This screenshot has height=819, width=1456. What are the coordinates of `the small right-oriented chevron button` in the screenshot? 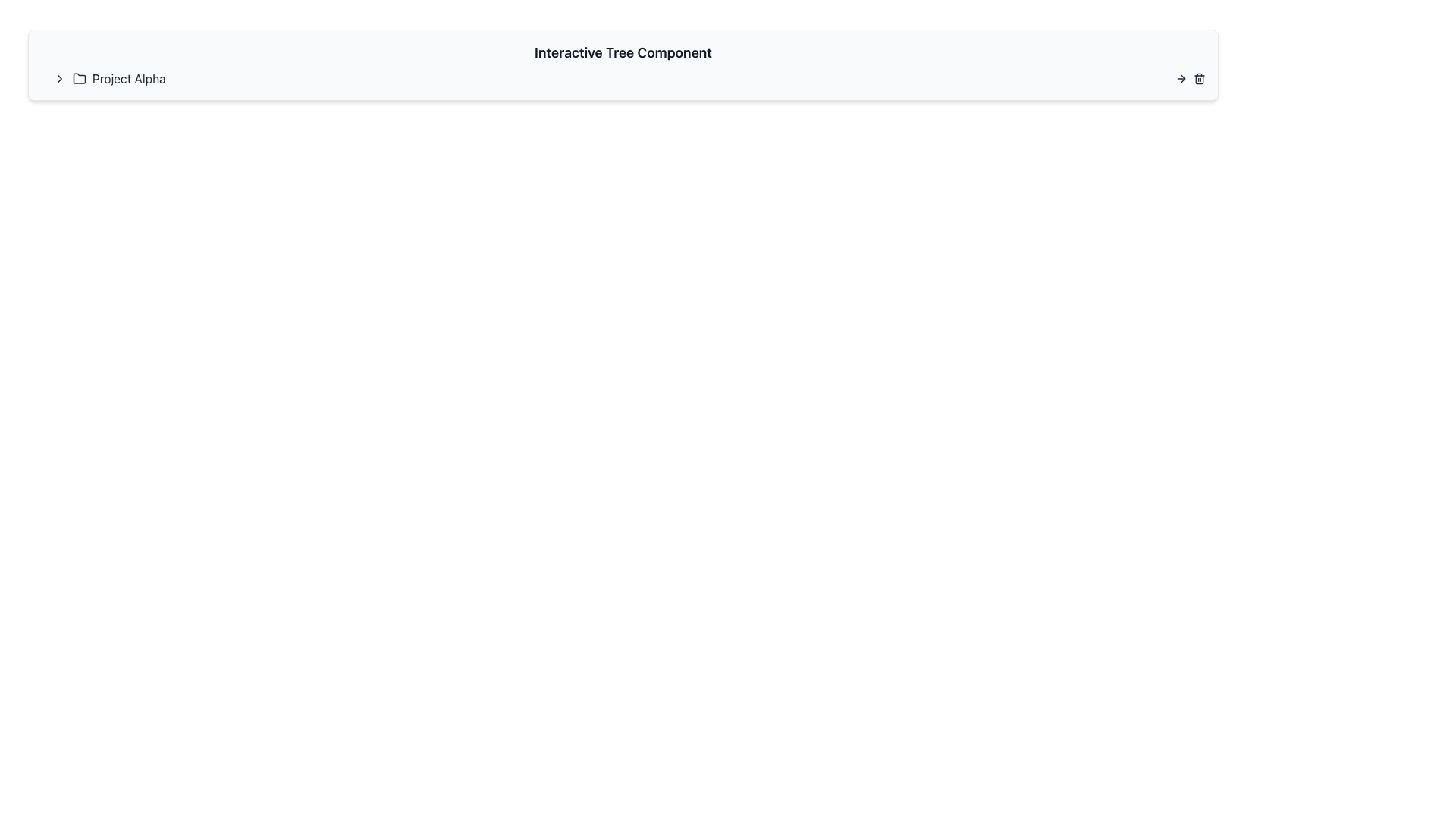 It's located at (59, 79).